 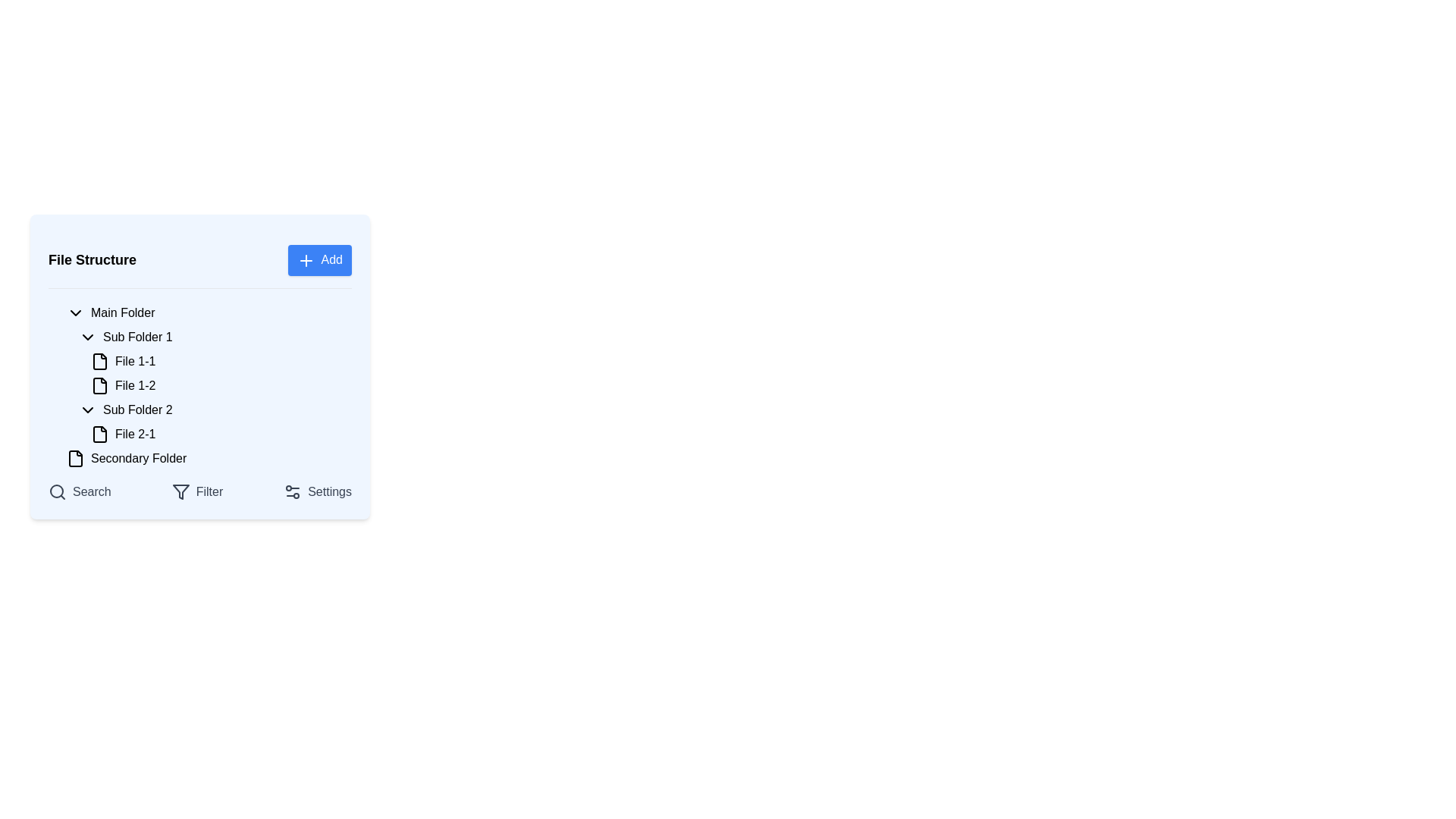 I want to click on the text label 'File 1-2' in the file navigator interface, so click(x=135, y=384).